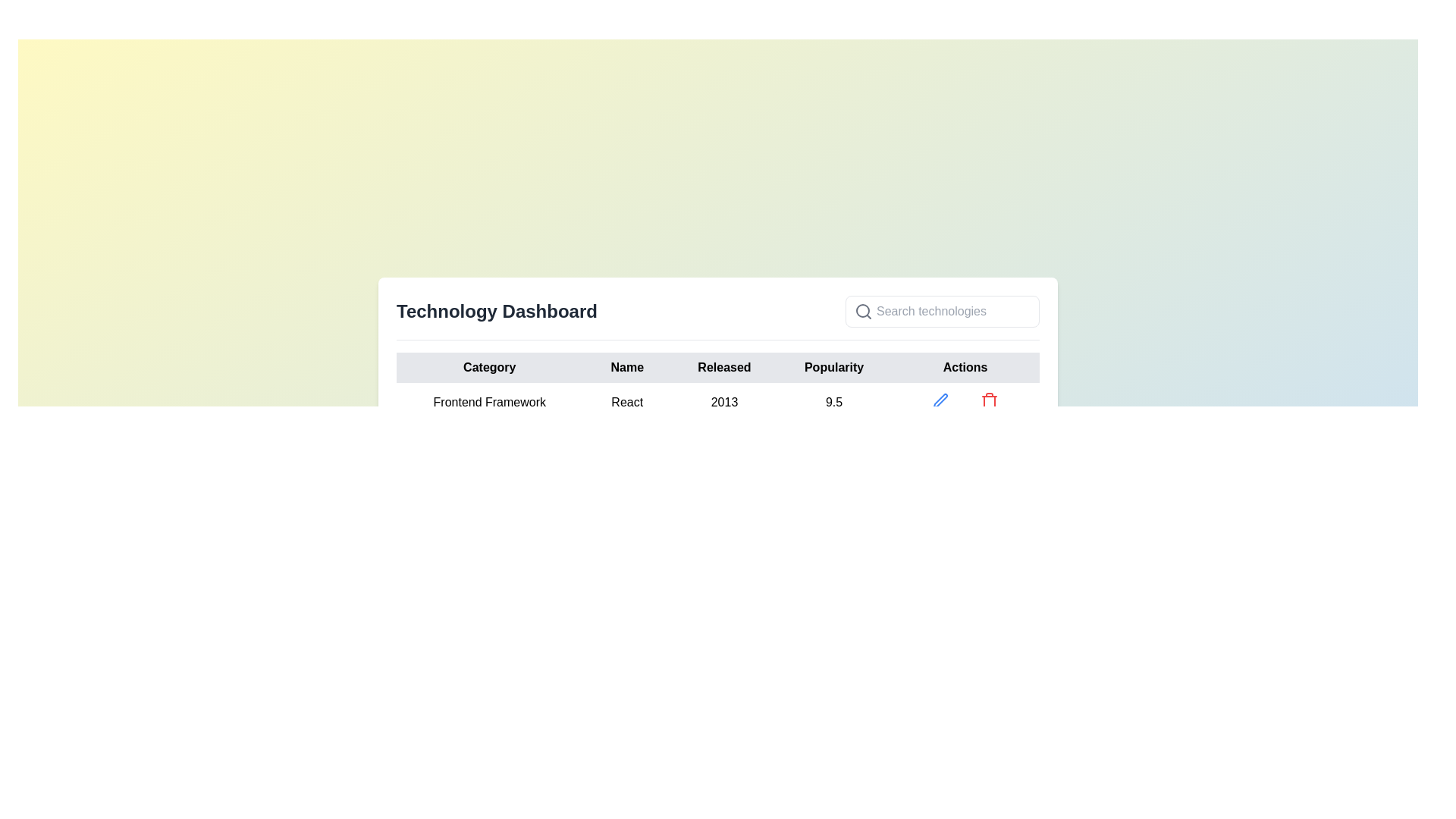 The width and height of the screenshot is (1456, 819). I want to click on text indicating the release year of React, which is centered in the 'Released' column of the information table for React, so click(723, 401).